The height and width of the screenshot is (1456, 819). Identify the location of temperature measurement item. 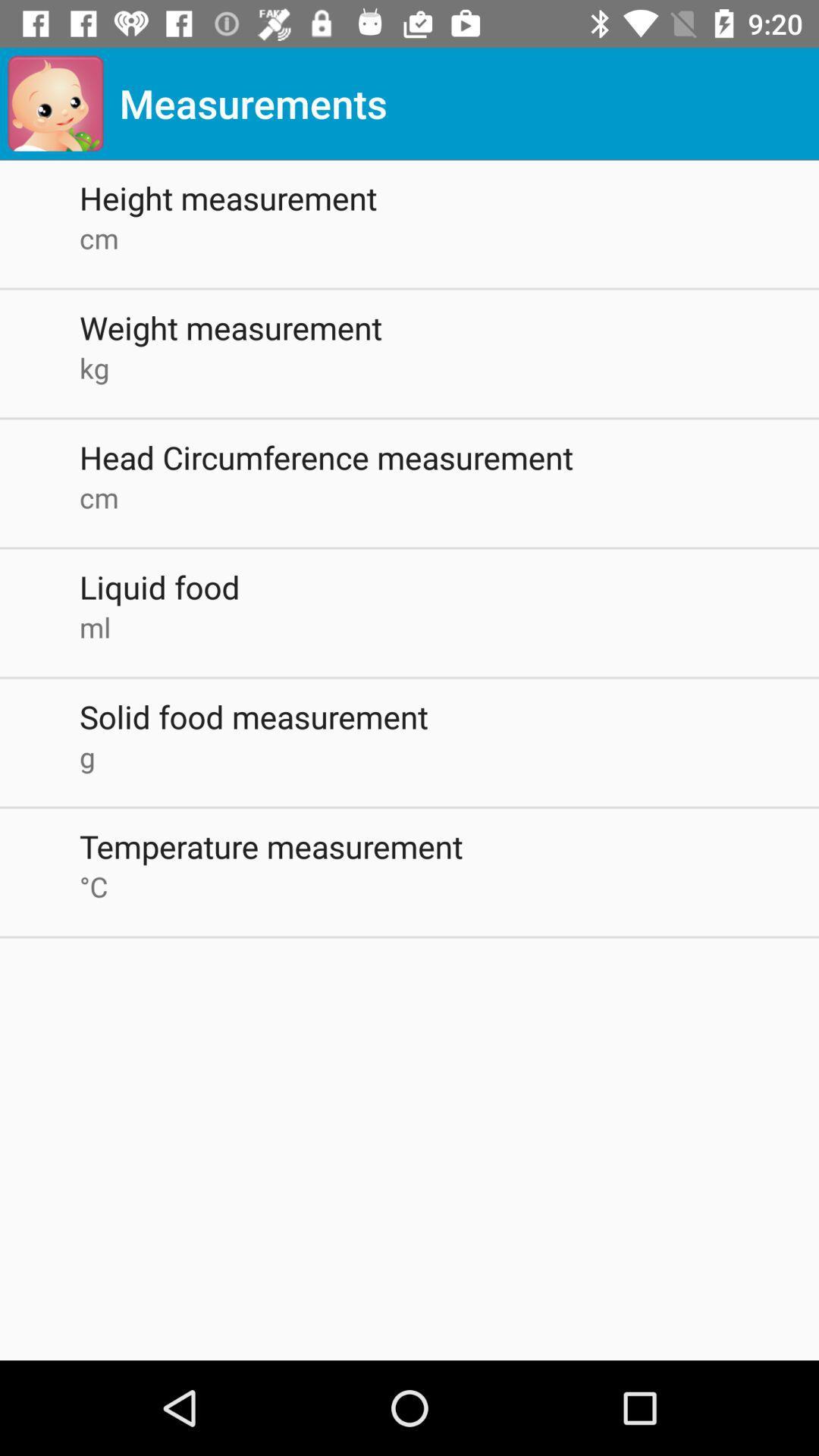
(448, 846).